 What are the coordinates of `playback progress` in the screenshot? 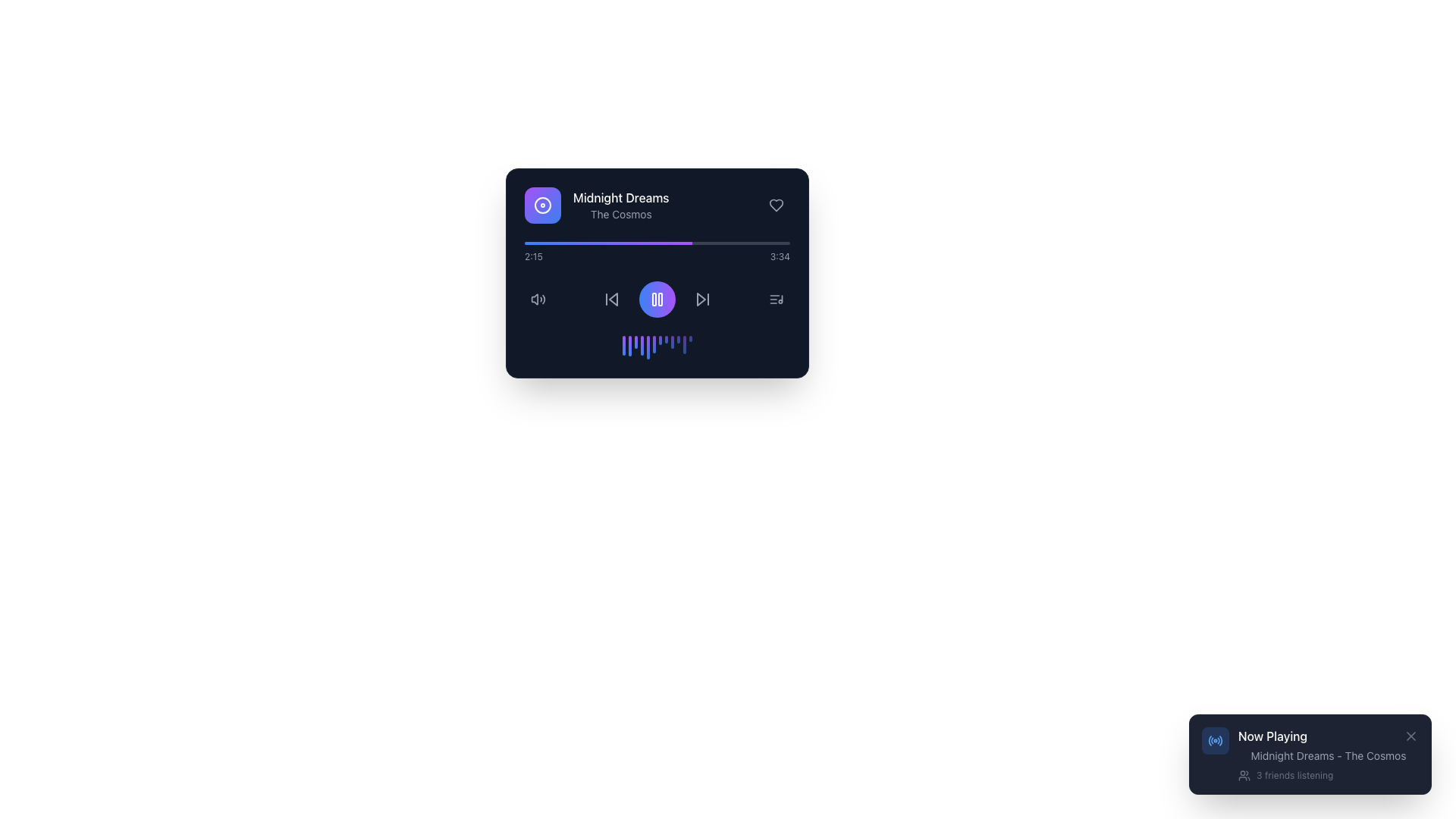 It's located at (631, 242).